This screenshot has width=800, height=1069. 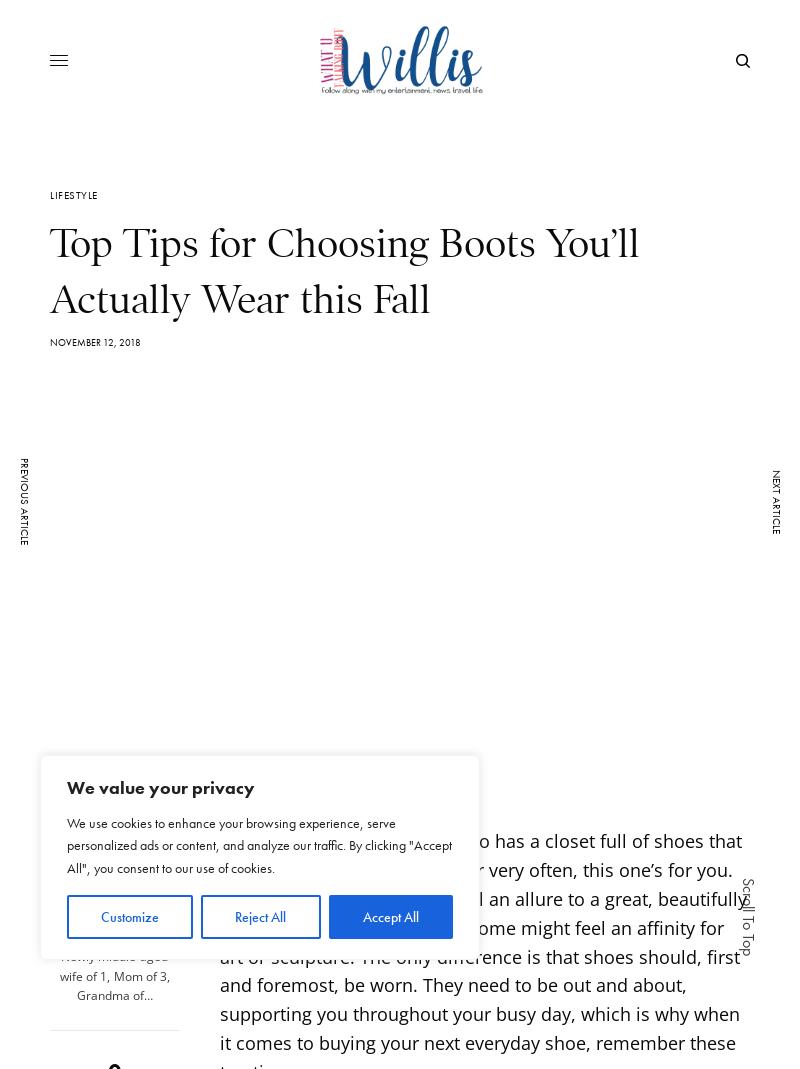 I want to click on 'Previous Article', so click(x=24, y=499).